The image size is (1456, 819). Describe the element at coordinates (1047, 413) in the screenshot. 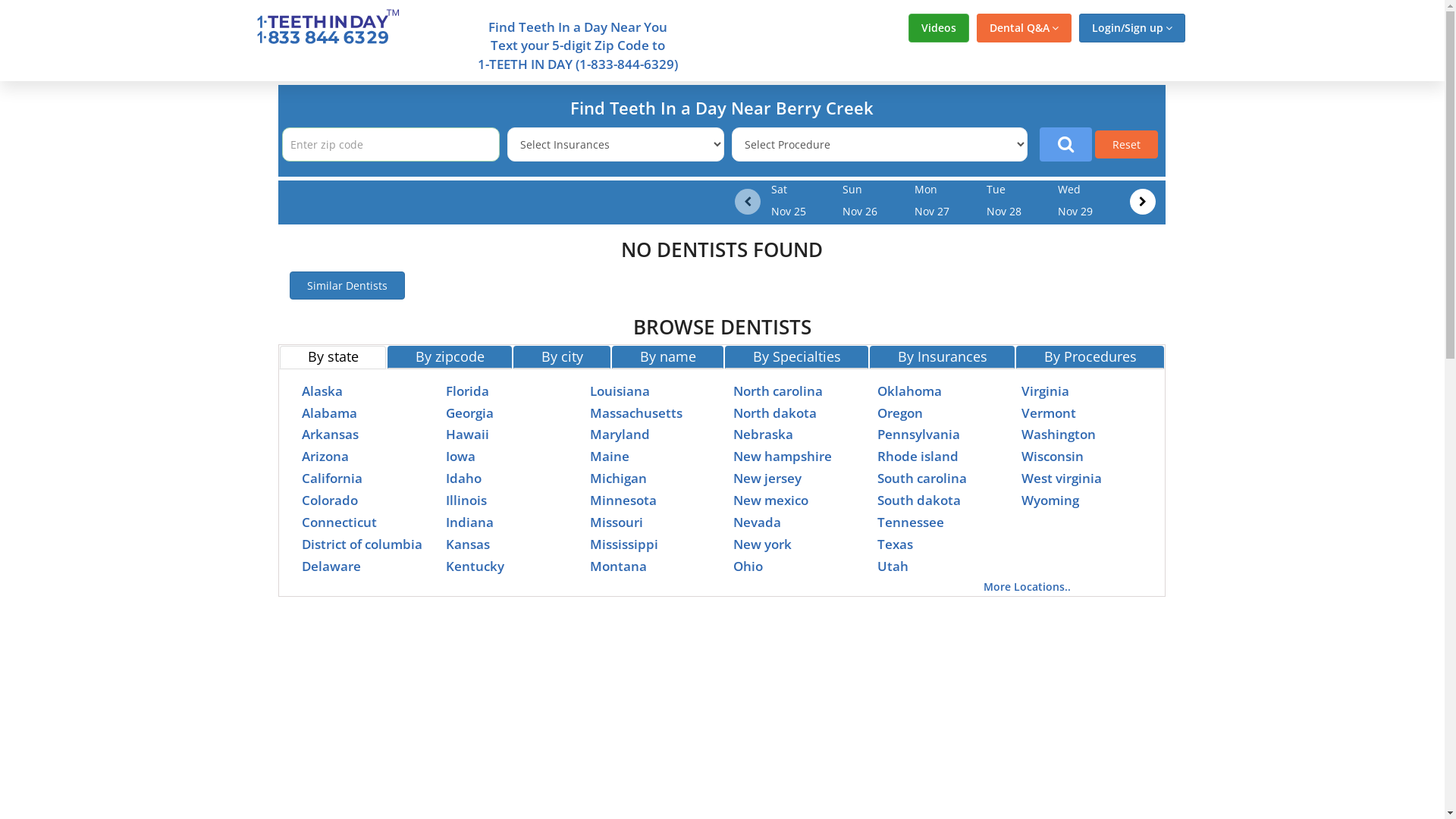

I see `'Vermont'` at that location.